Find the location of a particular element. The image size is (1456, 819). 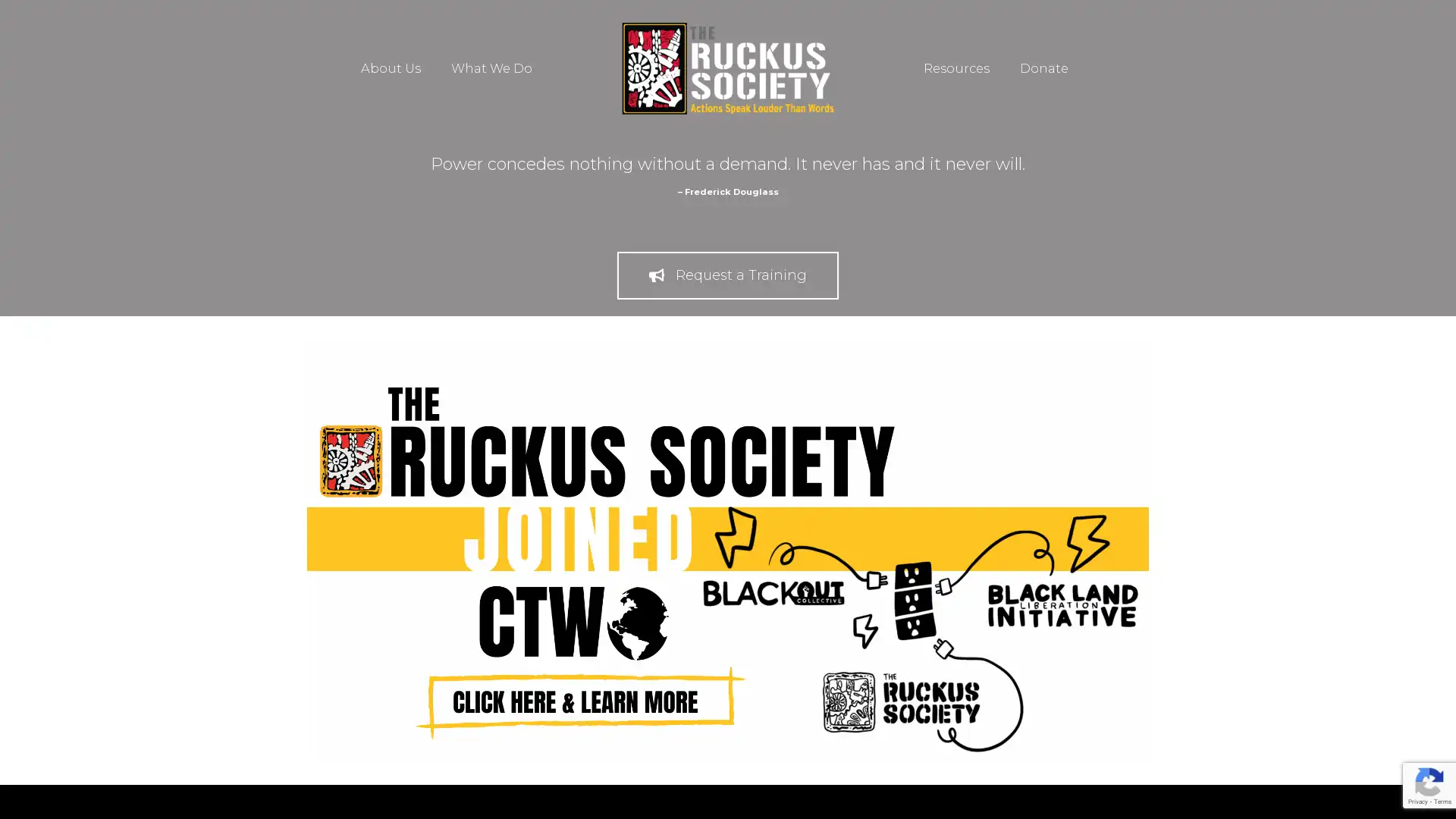

Request a Training is located at coordinates (728, 275).